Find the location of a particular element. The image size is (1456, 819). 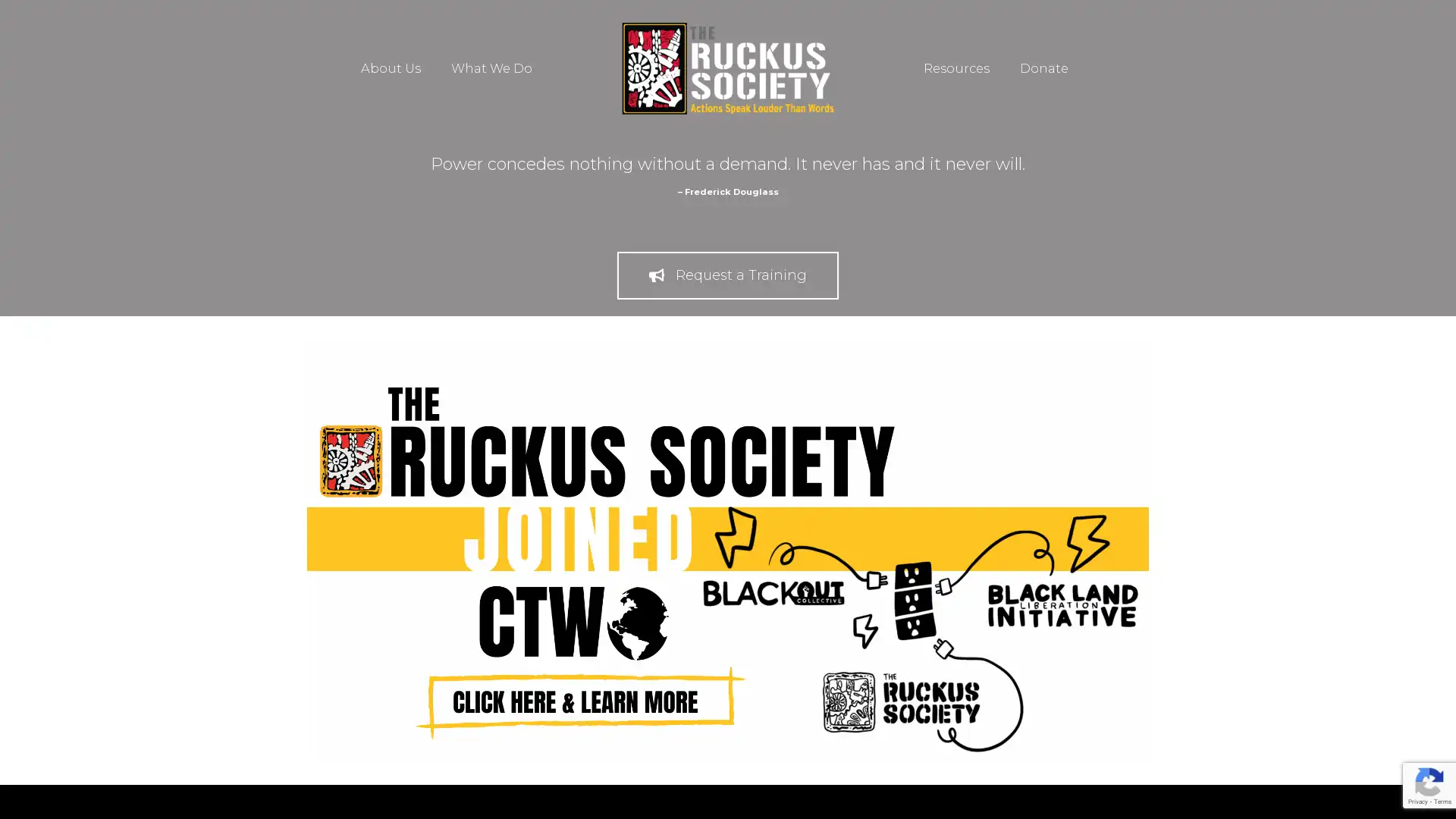

Request a Training is located at coordinates (728, 275).